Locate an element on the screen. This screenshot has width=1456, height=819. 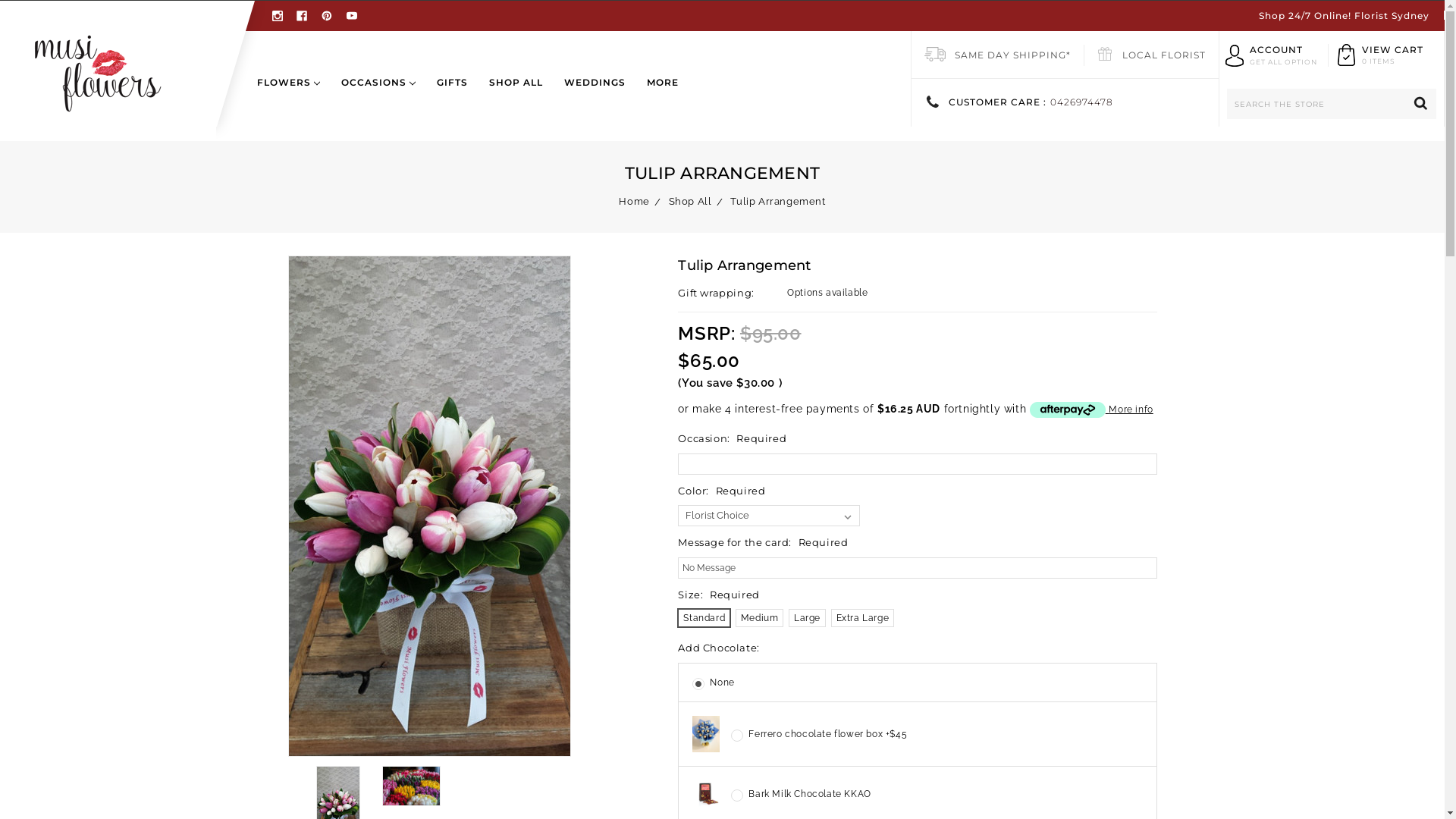
'VIEW CART is located at coordinates (1392, 55).